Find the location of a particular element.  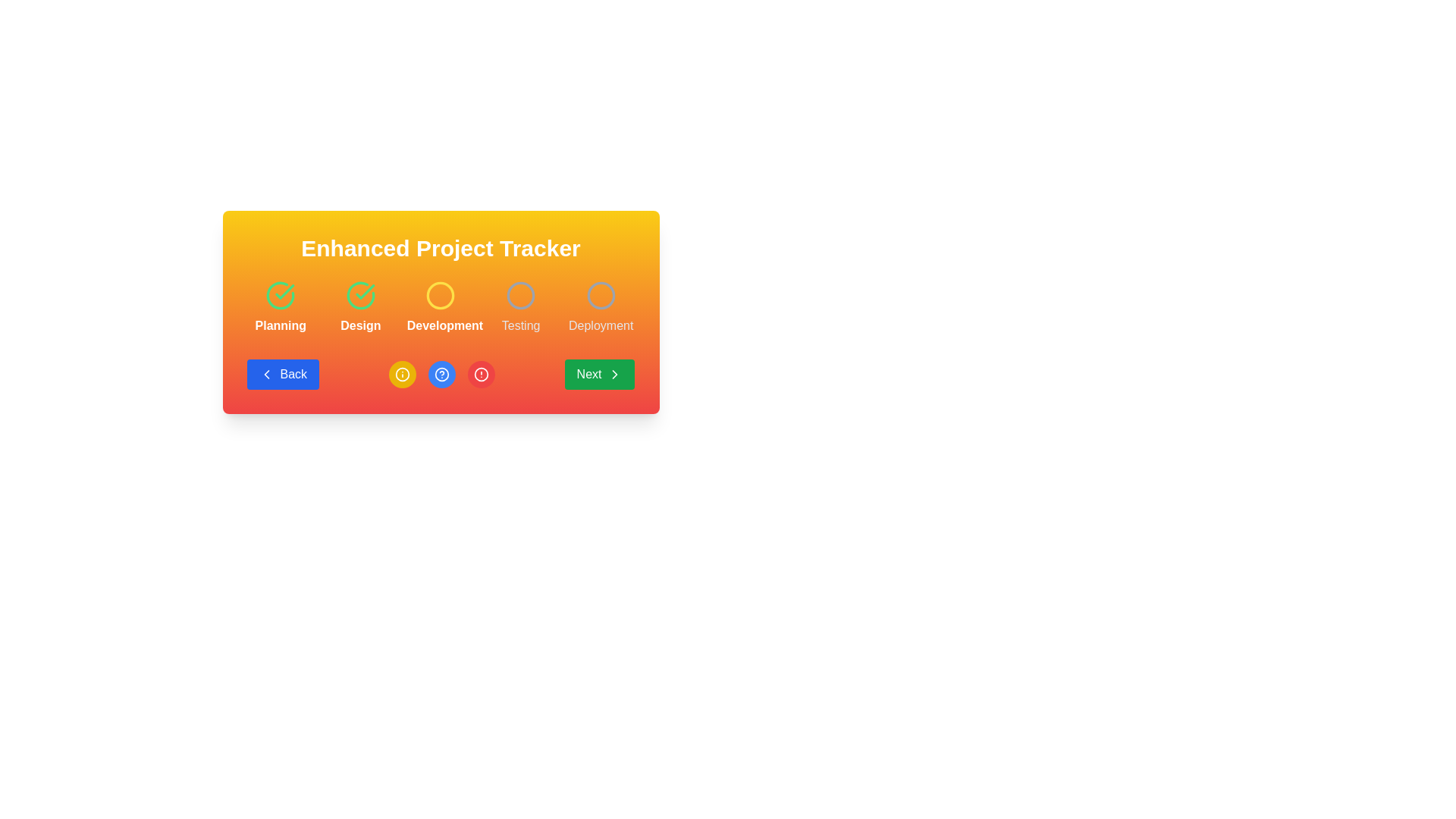

the navigational button on the left side of the row under the title 'Enhanced Project Tracker' is located at coordinates (283, 374).